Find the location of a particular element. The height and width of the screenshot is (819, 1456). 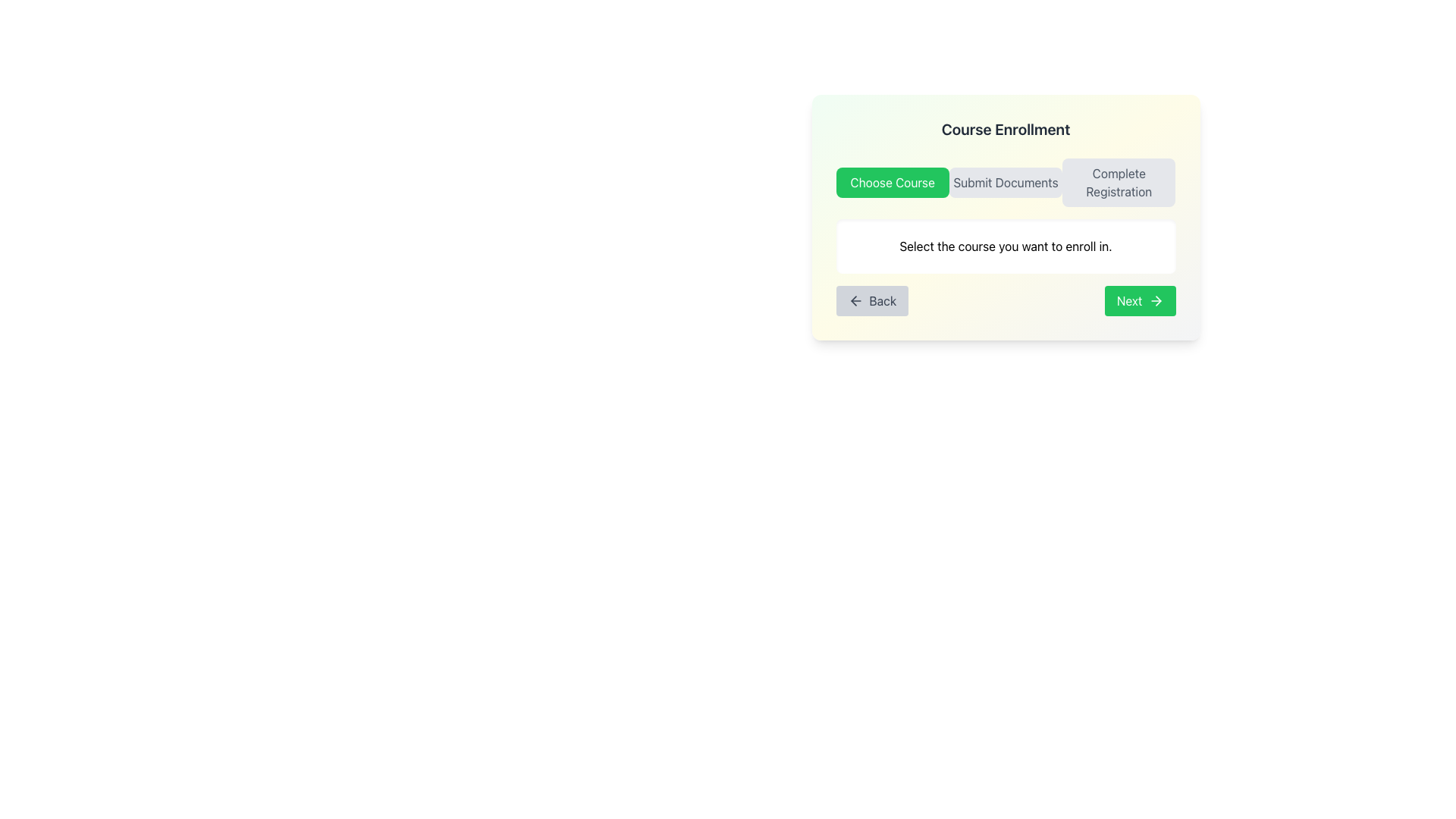

context of the left arrow icon located at the left side of the 'Back' button in the 'Course Enrollment' dialog box is located at coordinates (855, 301).